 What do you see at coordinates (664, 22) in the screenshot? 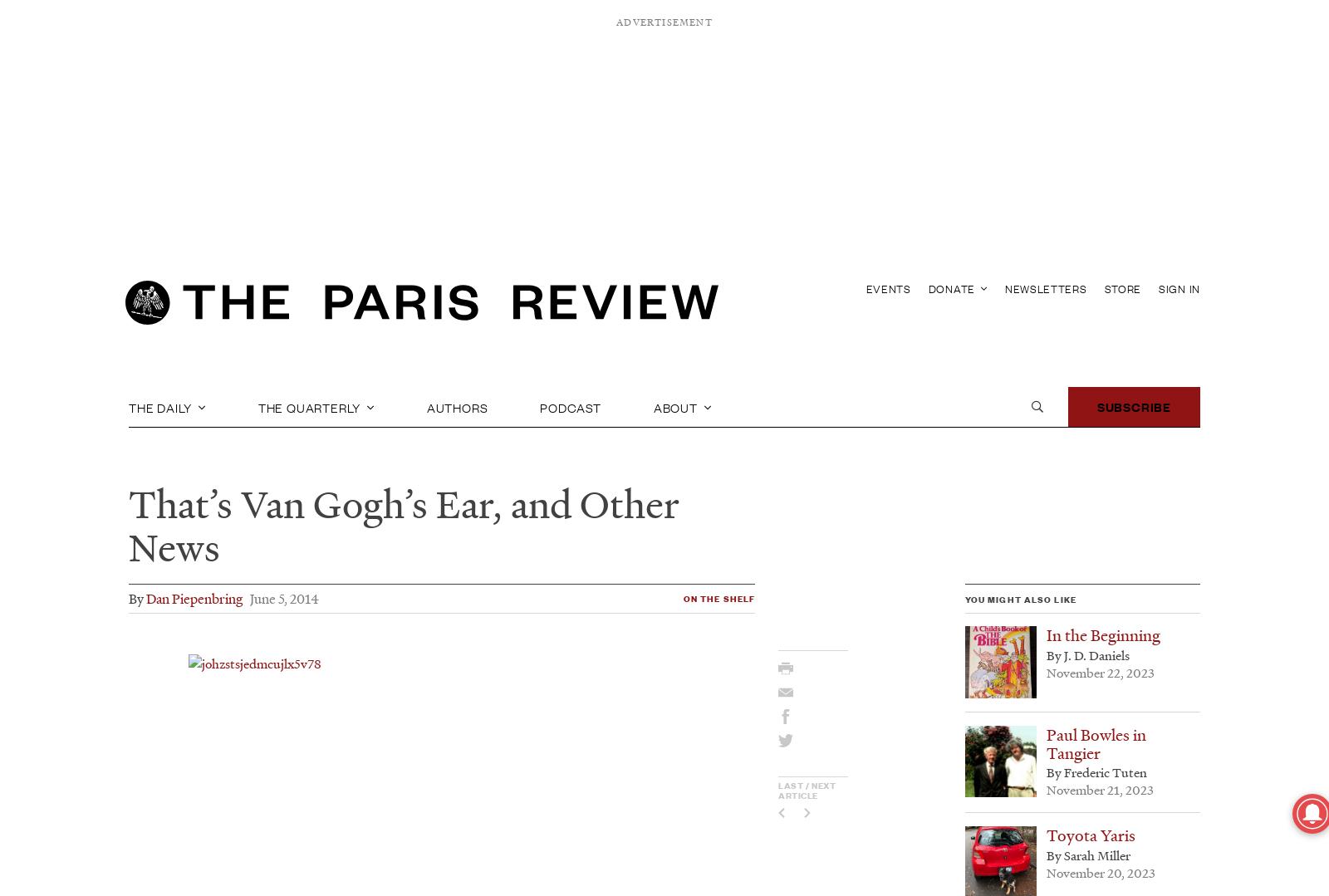
I see `'Advertisement'` at bounding box center [664, 22].